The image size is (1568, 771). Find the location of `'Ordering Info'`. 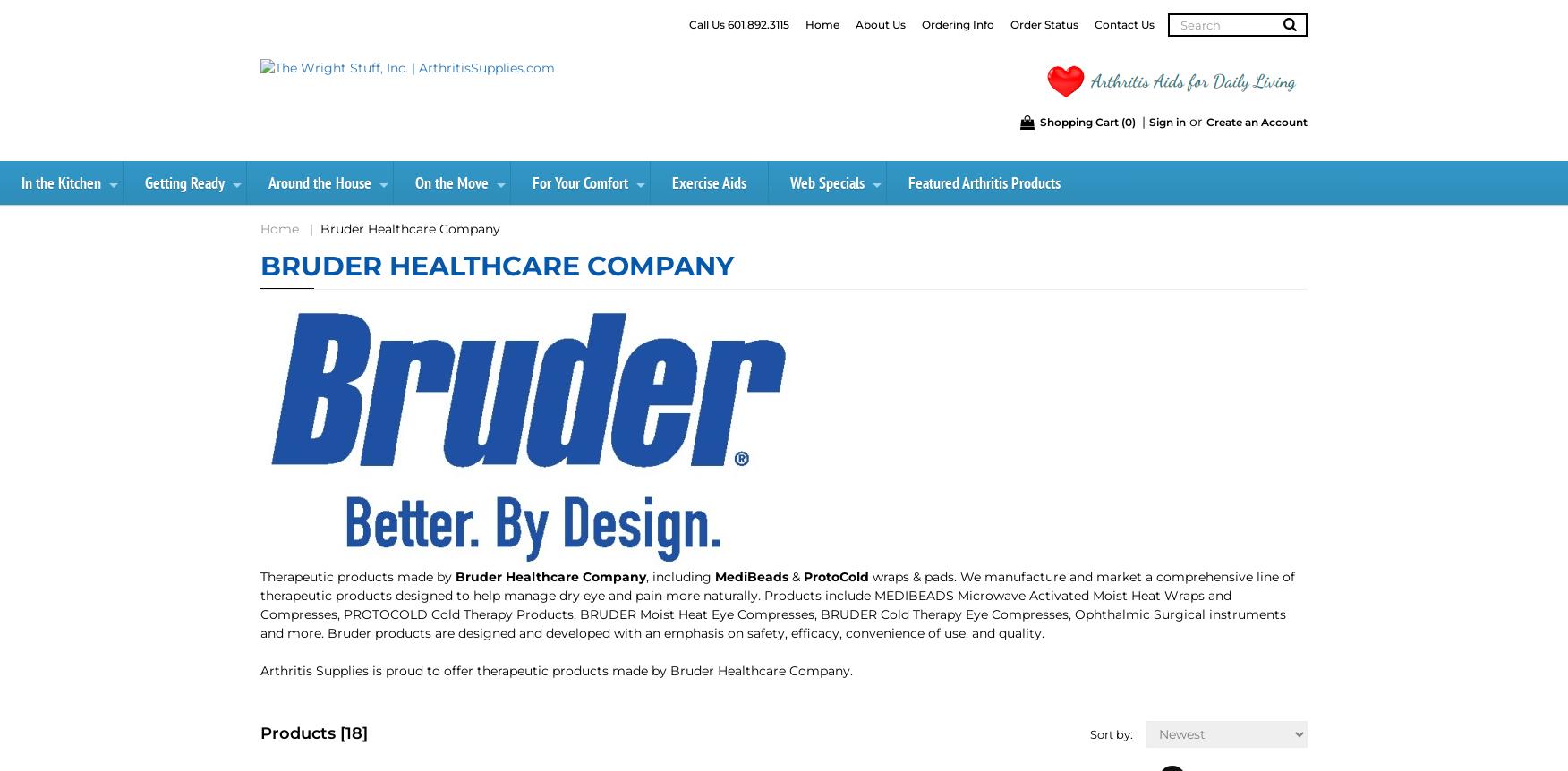

'Ordering Info' is located at coordinates (958, 24).